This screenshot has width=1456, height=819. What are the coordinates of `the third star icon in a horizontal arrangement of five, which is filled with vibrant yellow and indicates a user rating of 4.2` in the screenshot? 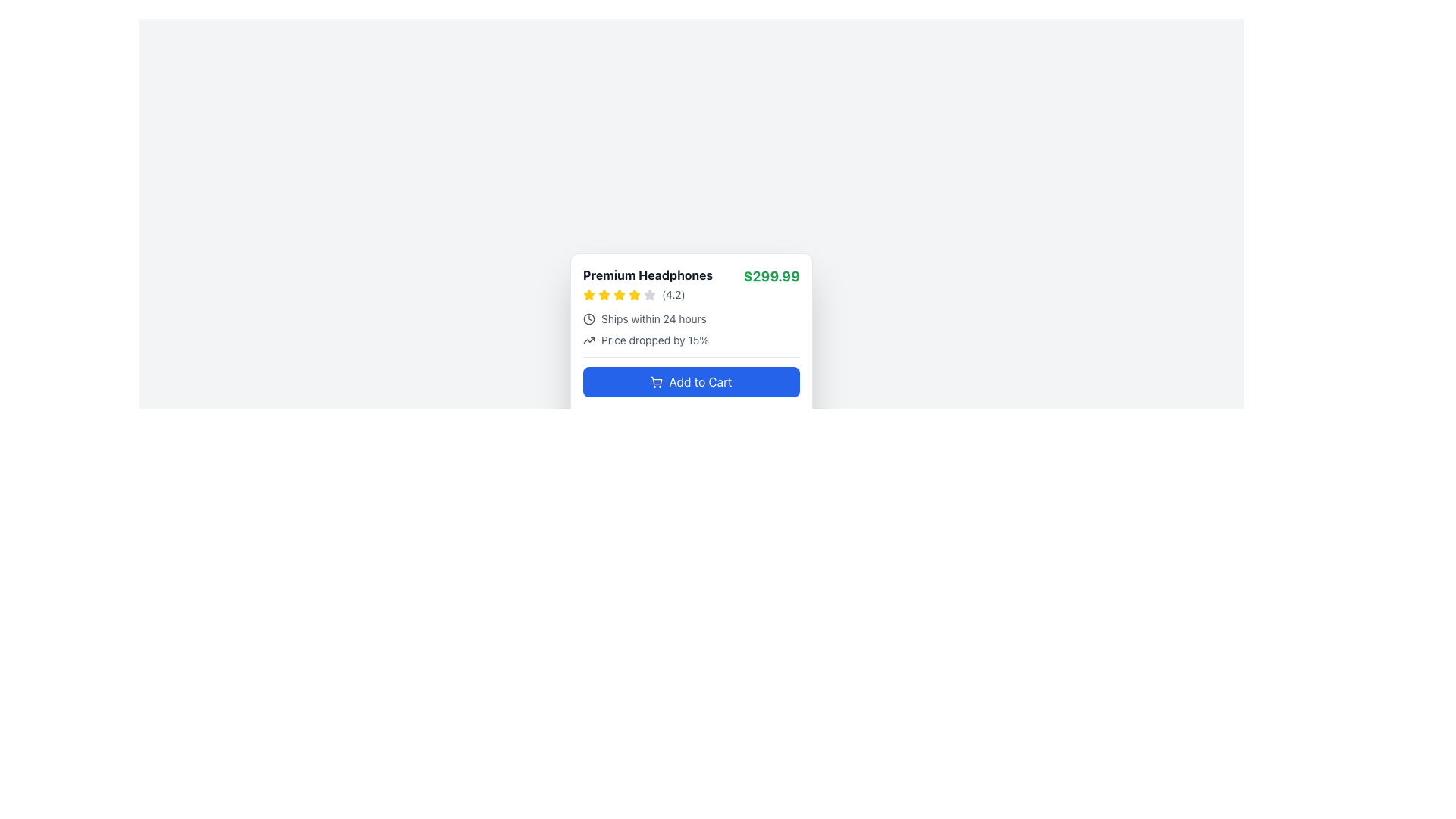 It's located at (603, 295).